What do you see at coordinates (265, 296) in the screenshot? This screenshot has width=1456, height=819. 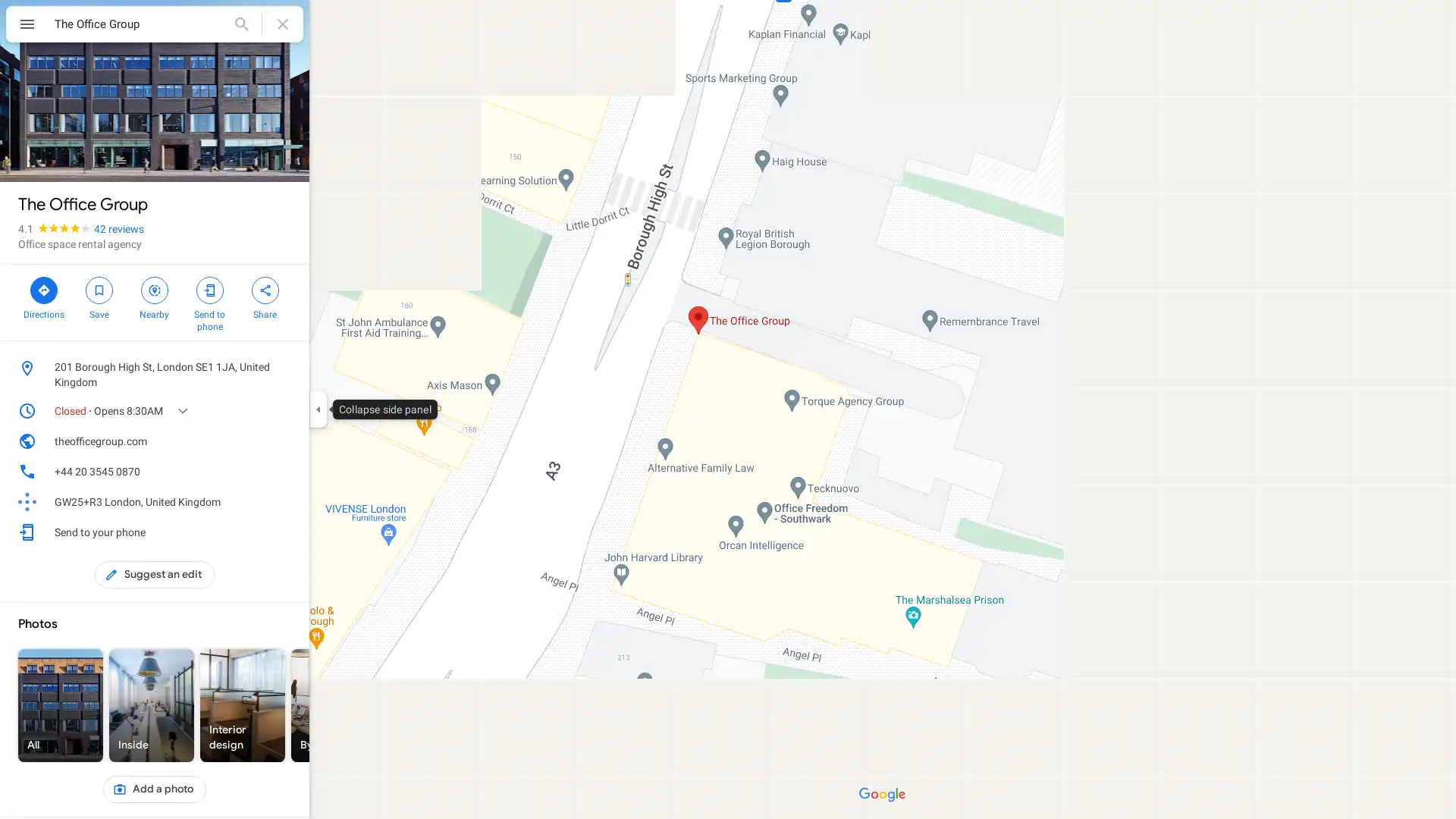 I see `Share The Office Group` at bounding box center [265, 296].